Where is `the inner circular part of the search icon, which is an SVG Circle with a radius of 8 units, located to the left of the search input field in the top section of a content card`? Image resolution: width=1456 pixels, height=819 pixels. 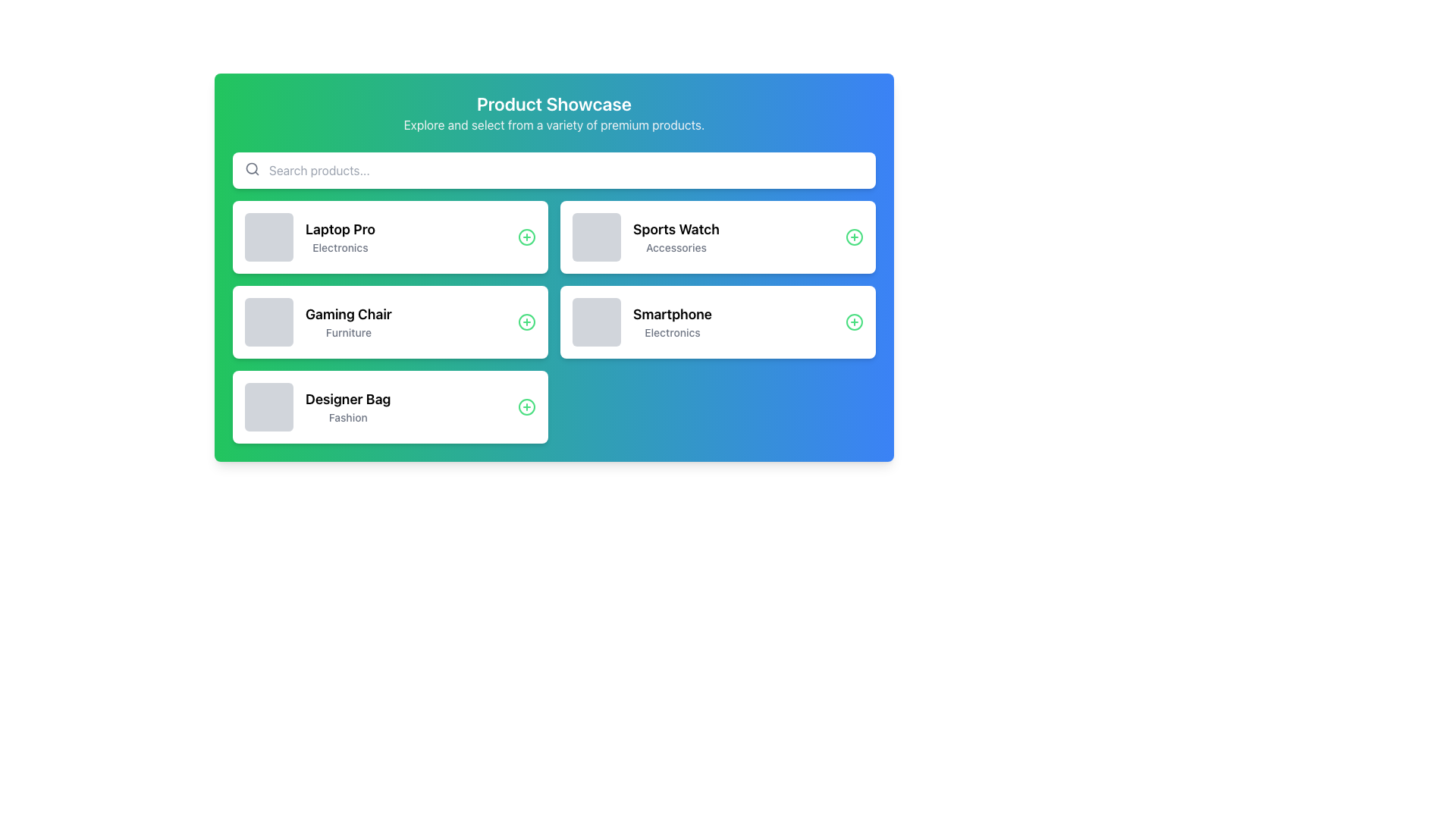
the inner circular part of the search icon, which is an SVG Circle with a radius of 8 units, located to the left of the search input field in the top section of a content card is located at coordinates (252, 168).